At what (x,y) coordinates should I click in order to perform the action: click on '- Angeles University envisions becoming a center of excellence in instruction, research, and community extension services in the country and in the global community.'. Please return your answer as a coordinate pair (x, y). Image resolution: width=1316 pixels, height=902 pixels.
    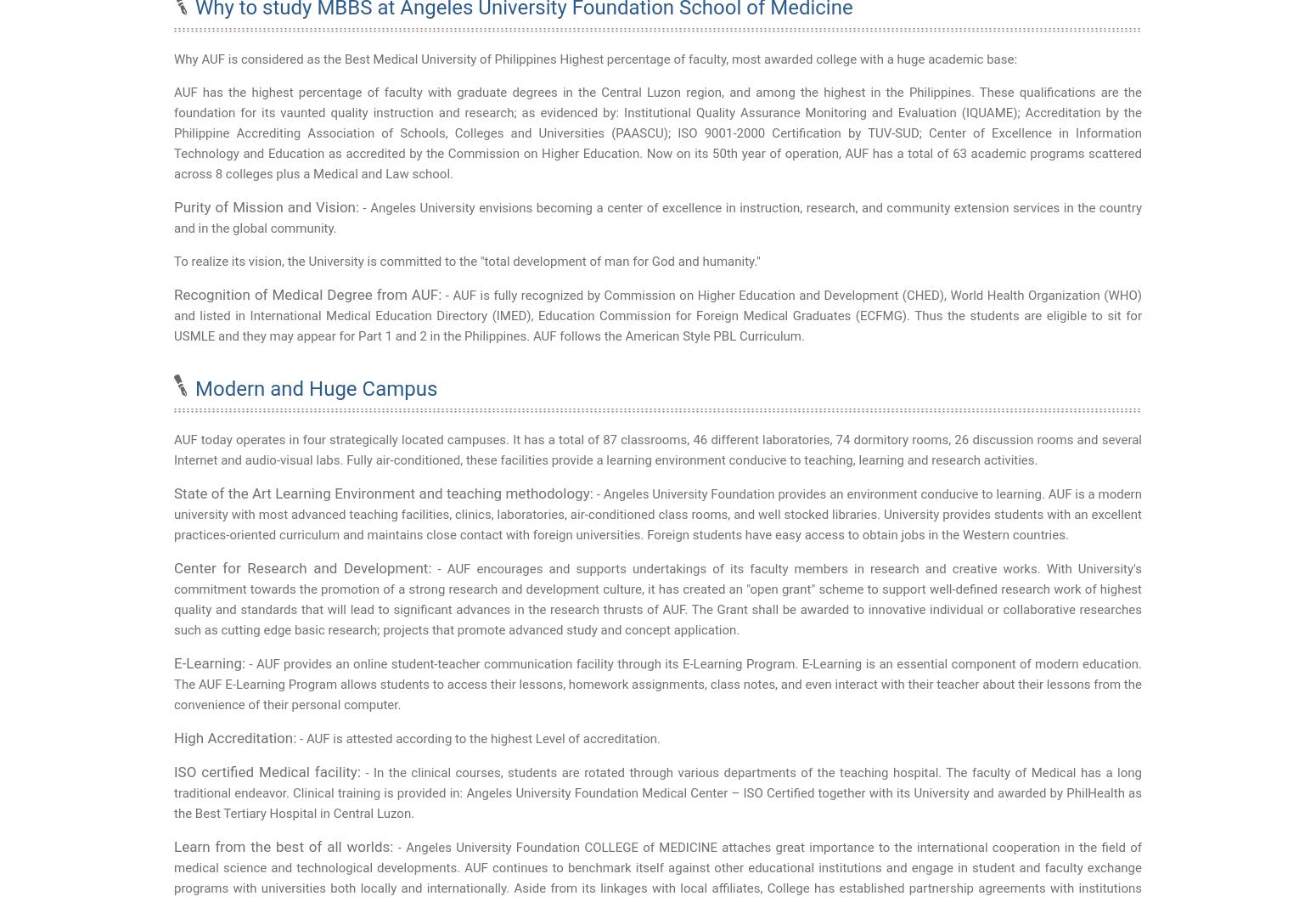
    Looking at the image, I should click on (173, 217).